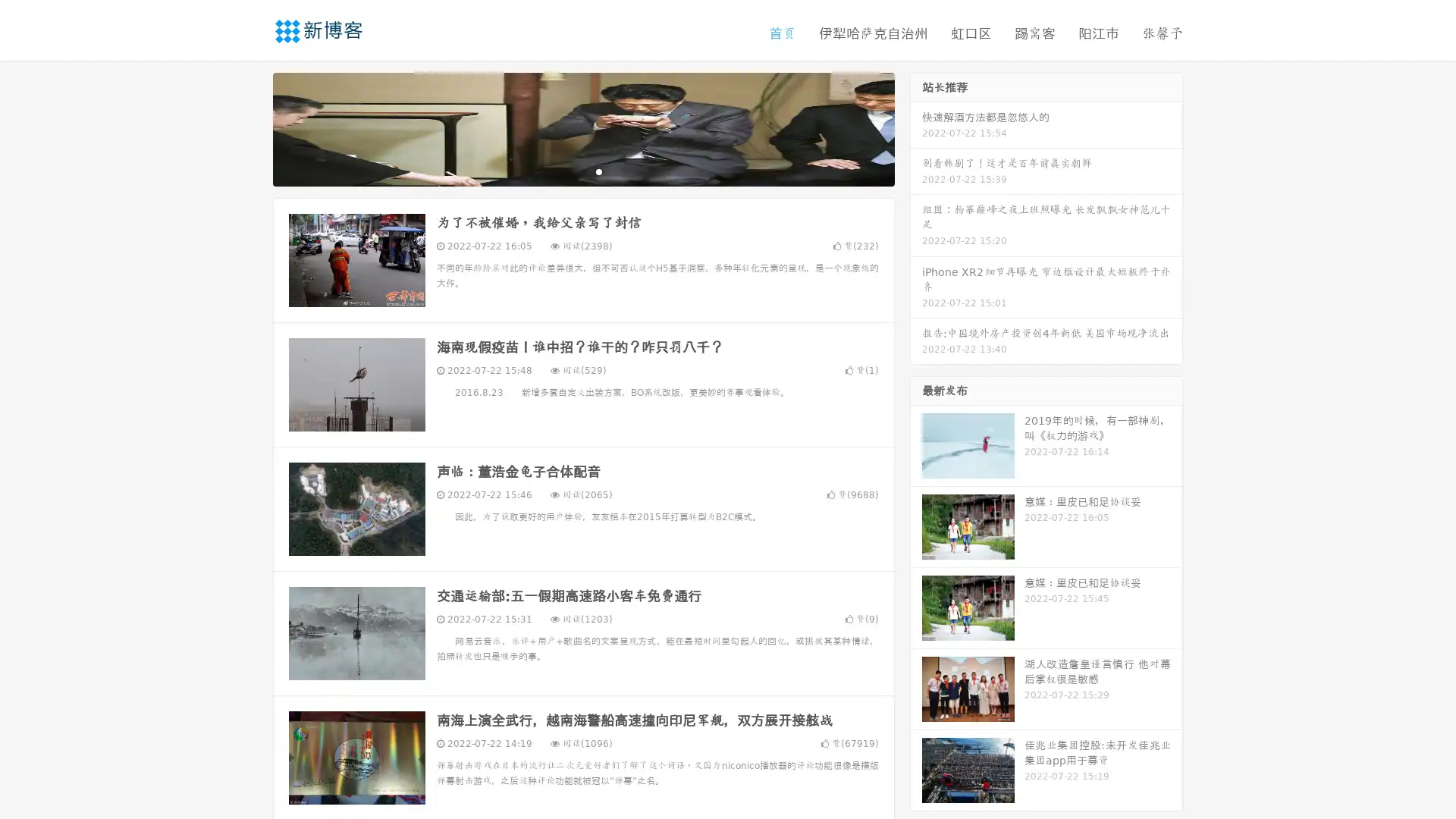 The width and height of the screenshot is (1456, 819). I want to click on Go to slide 2, so click(582, 171).